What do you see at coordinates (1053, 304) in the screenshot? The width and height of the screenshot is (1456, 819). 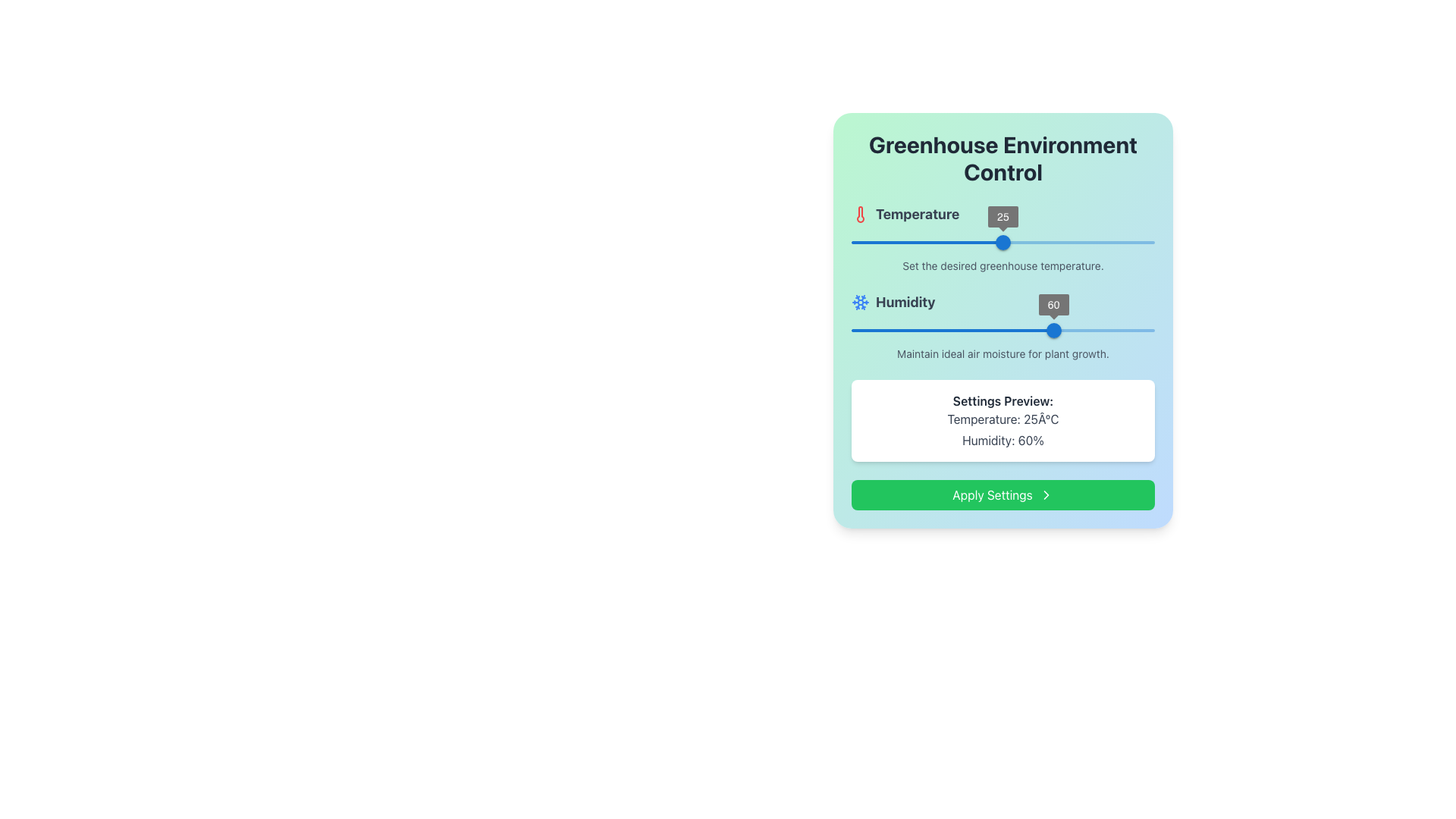 I see `the Value label displaying '60' in white text on a gray background, positioned above the 'Humidity' slider` at bounding box center [1053, 304].